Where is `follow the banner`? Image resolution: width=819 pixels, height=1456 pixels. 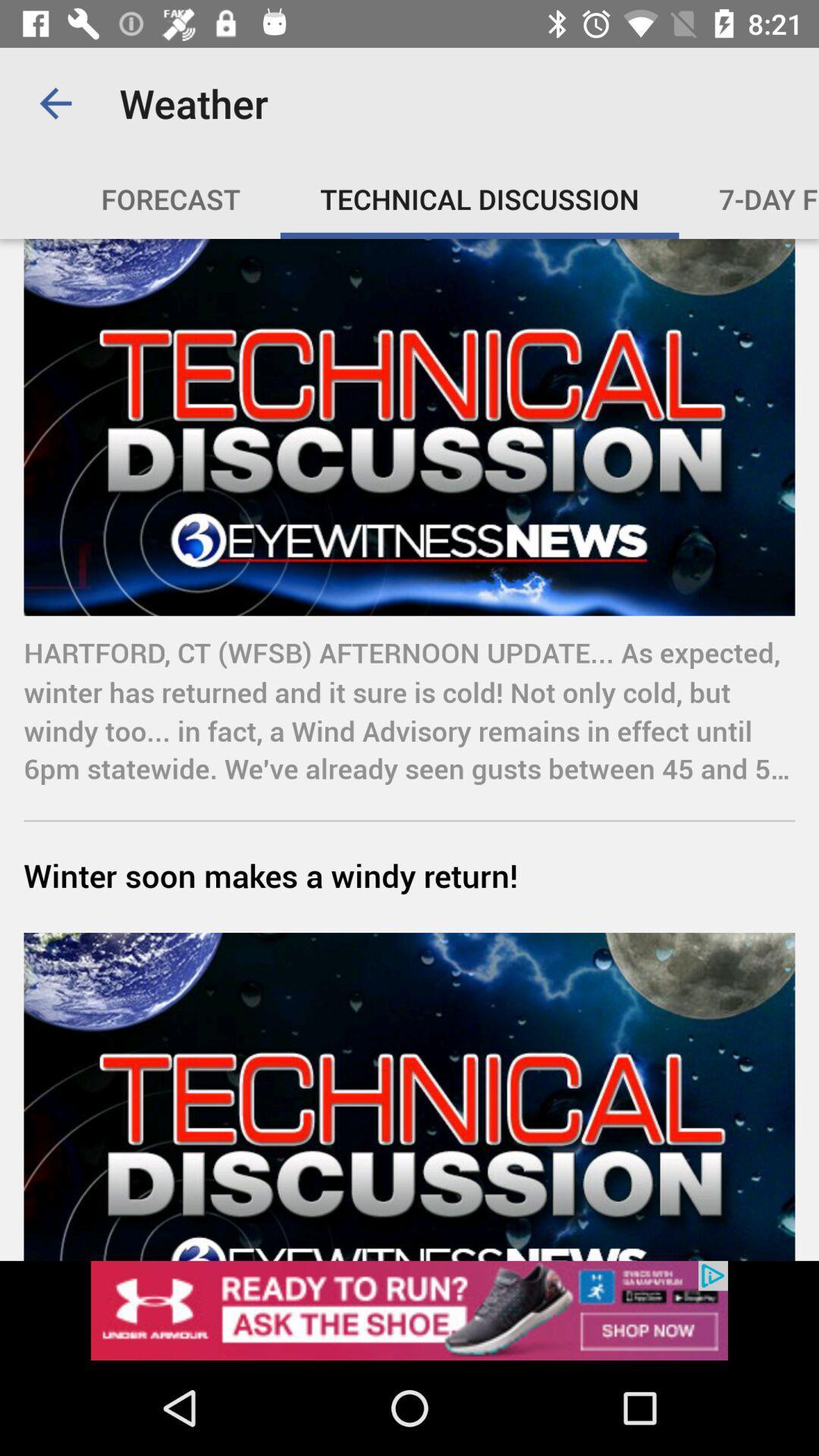
follow the banner is located at coordinates (409, 1310).